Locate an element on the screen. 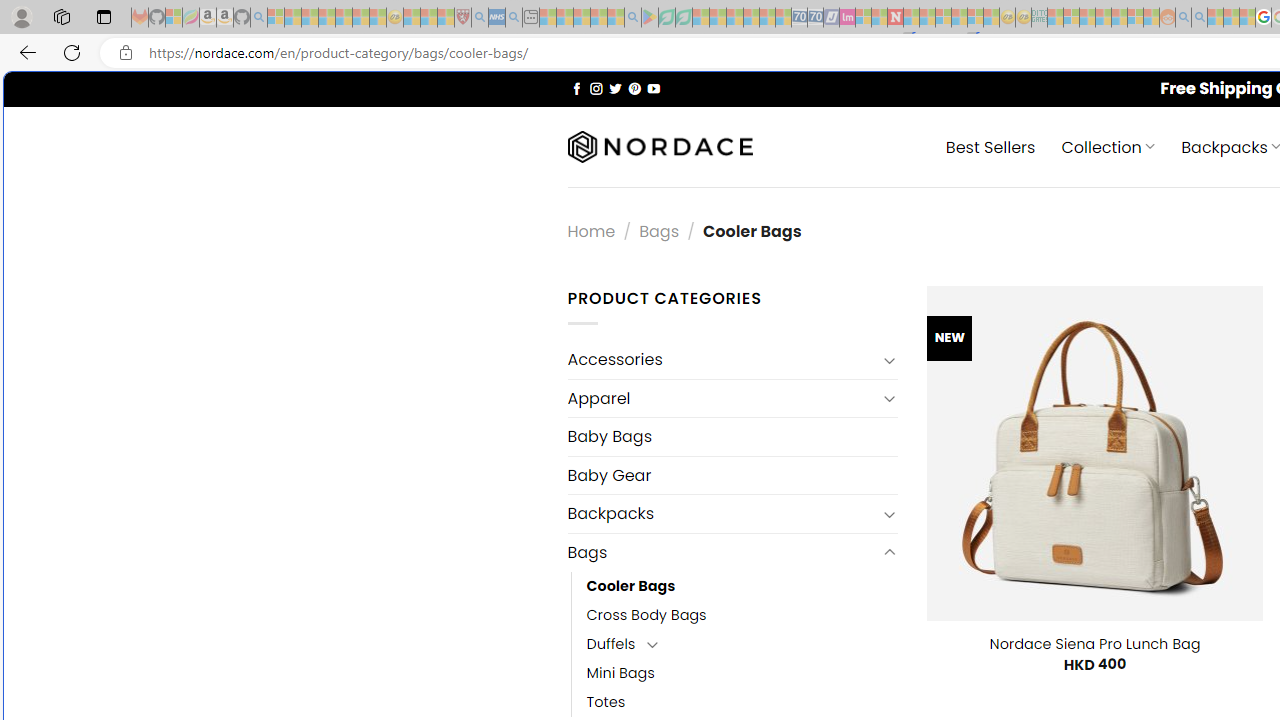 This screenshot has height=720, width=1280. 'Follow on Facebook' is located at coordinates (576, 87).